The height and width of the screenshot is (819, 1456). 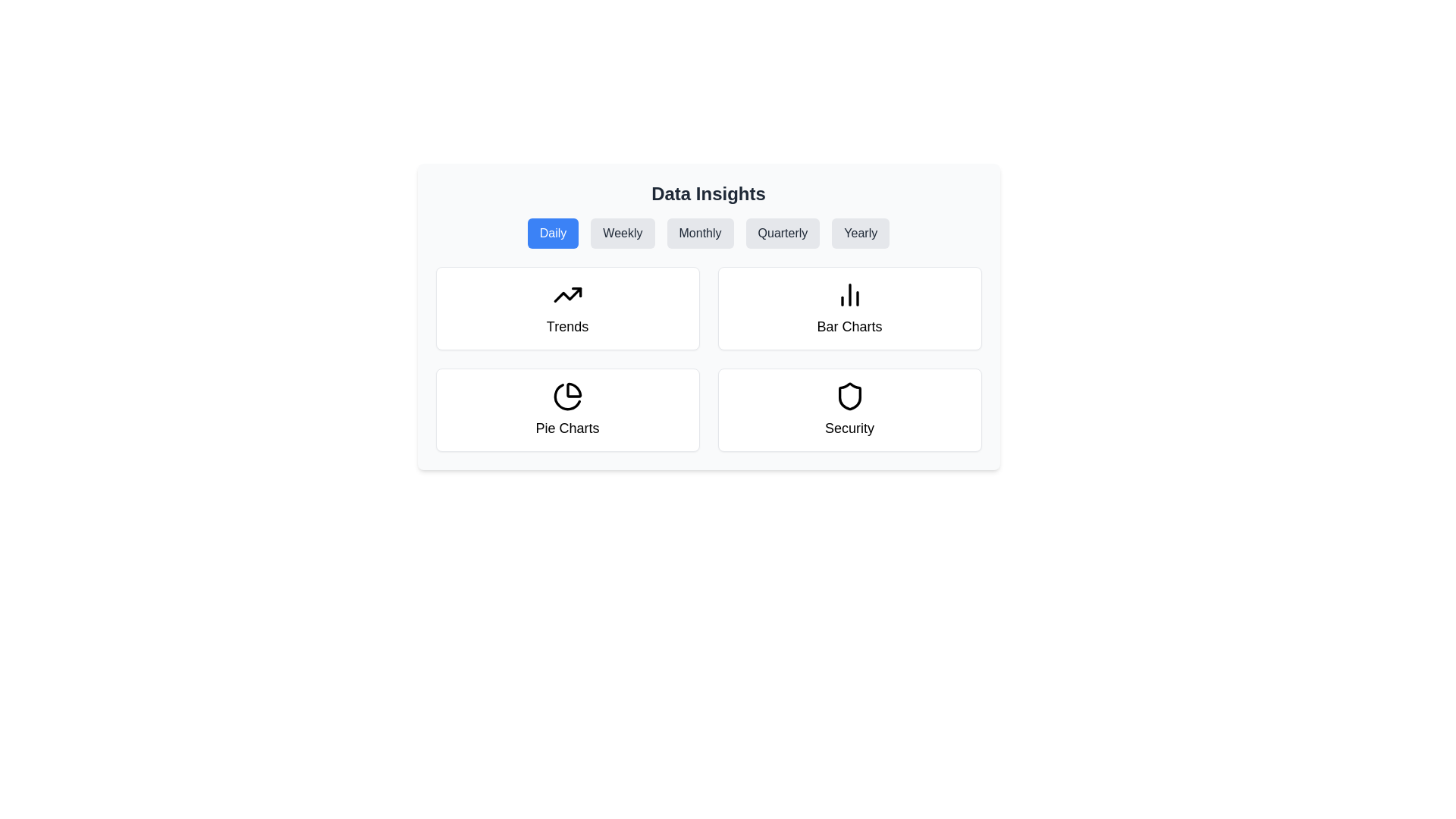 What do you see at coordinates (566, 396) in the screenshot?
I see `the icon representing the 'Pie Charts' section, which is positioned in the lower-left quadrant under the label 'Pie Charts'` at bounding box center [566, 396].